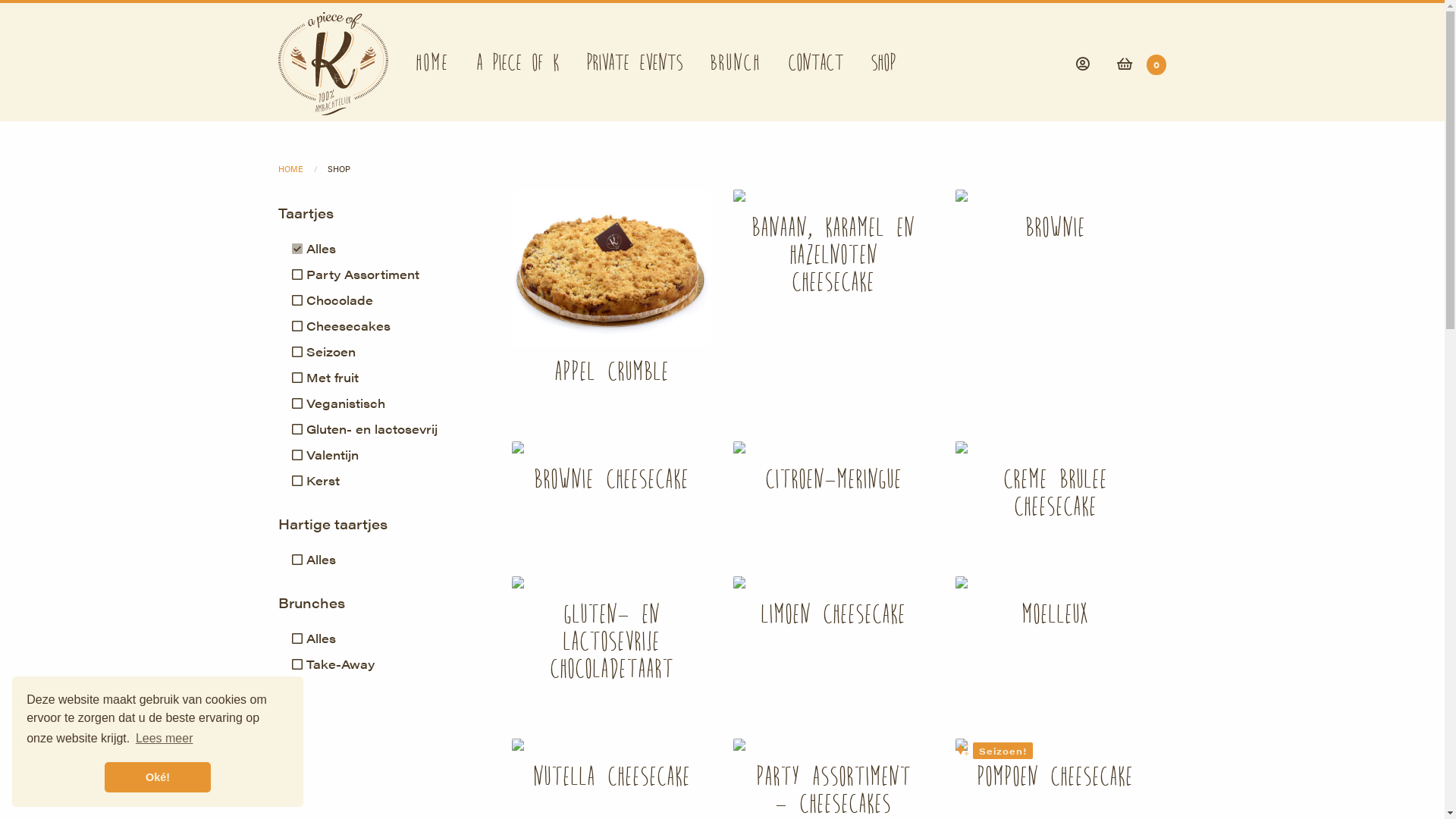  What do you see at coordinates (278, 429) in the screenshot?
I see `'Gluten- en lactosevrij'` at bounding box center [278, 429].